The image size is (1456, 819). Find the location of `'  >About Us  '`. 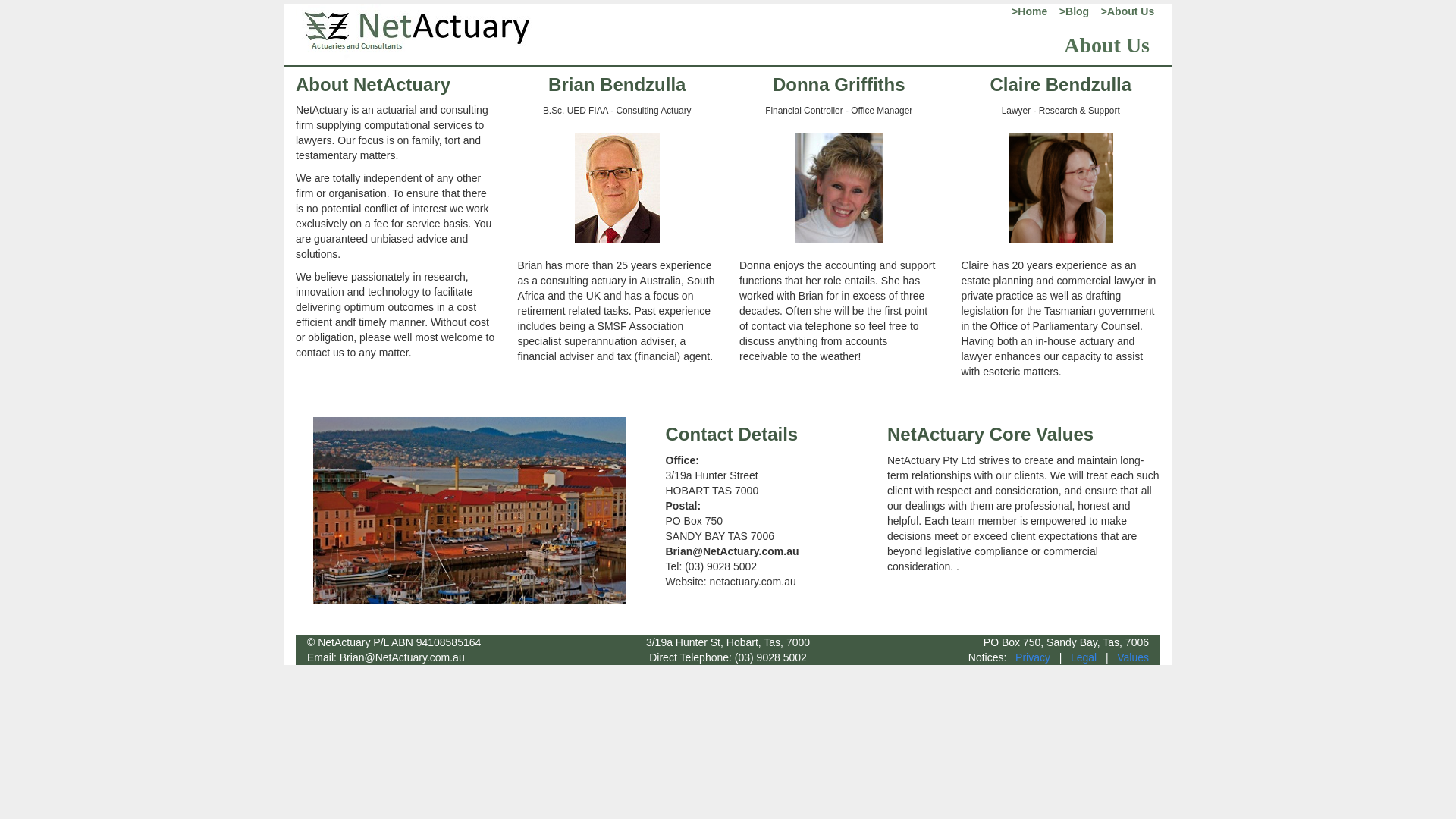

'  >About Us  ' is located at coordinates (1125, 11).